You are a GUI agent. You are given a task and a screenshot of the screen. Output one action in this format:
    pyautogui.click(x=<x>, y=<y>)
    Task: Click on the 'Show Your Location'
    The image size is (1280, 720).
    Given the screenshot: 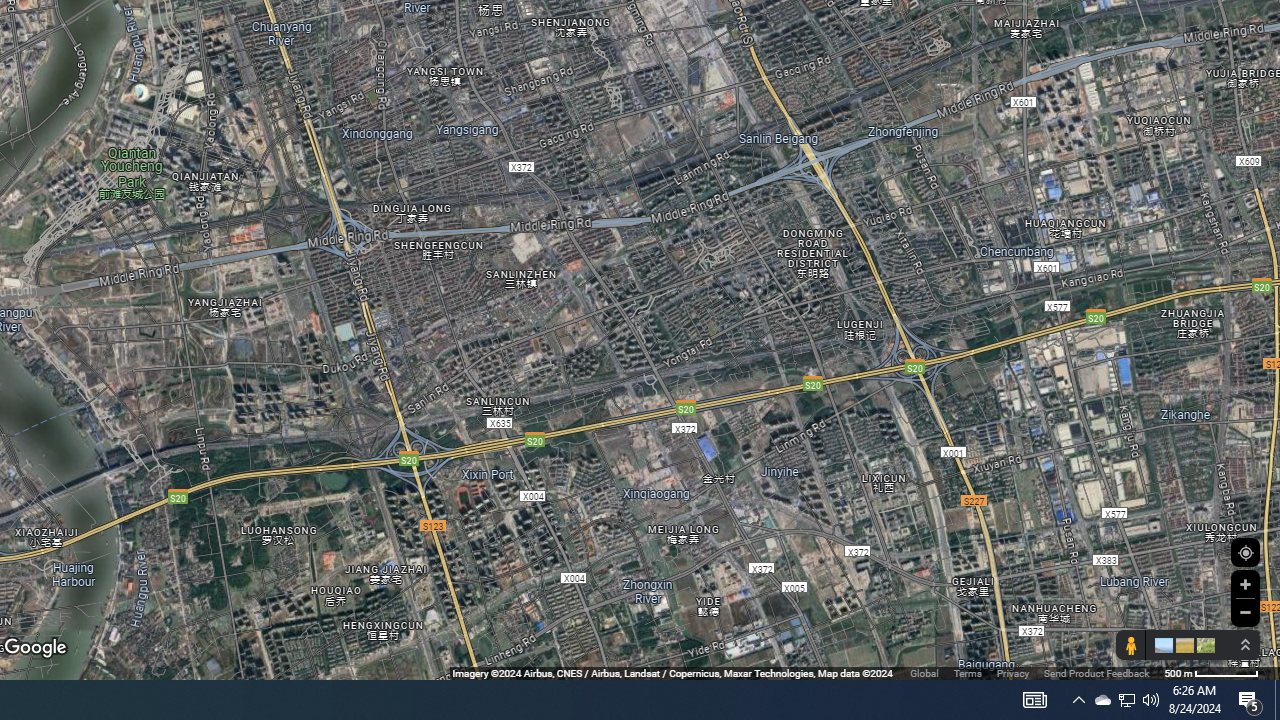 What is the action you would take?
    pyautogui.click(x=1244, y=552)
    